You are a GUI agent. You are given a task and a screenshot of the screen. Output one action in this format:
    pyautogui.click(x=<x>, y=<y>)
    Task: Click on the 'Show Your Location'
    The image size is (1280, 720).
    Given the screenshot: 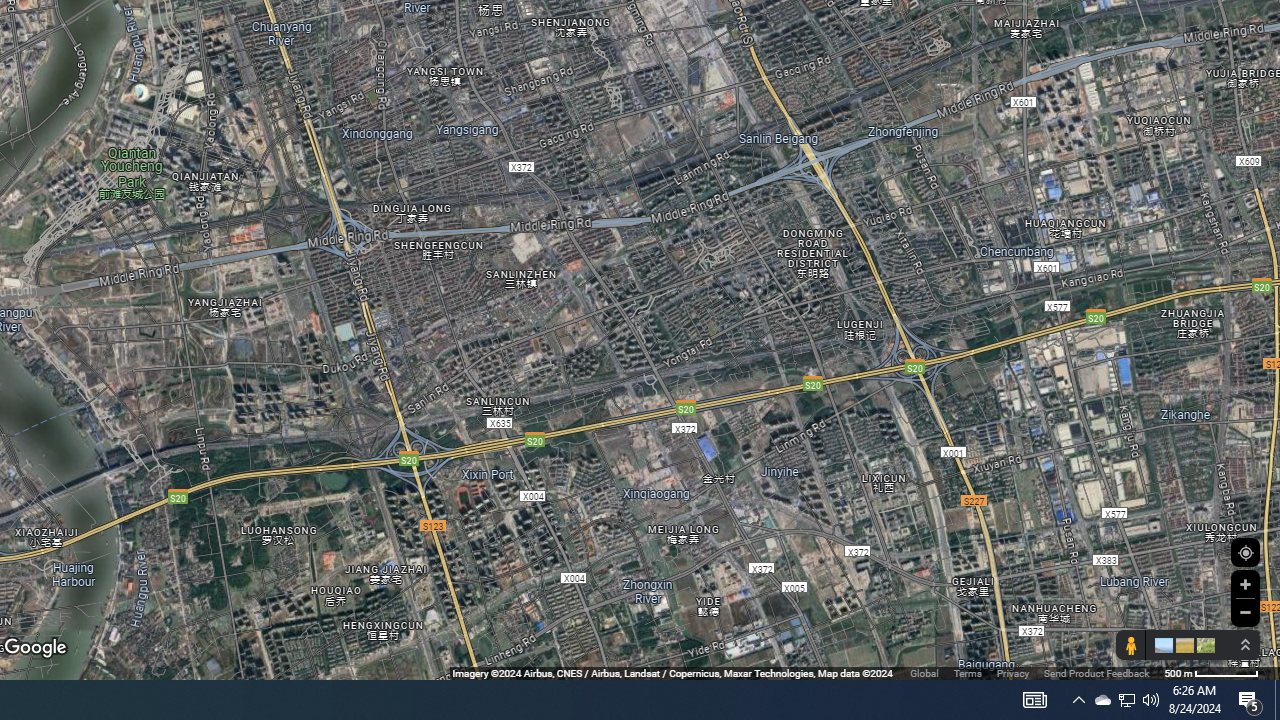 What is the action you would take?
    pyautogui.click(x=1244, y=552)
    